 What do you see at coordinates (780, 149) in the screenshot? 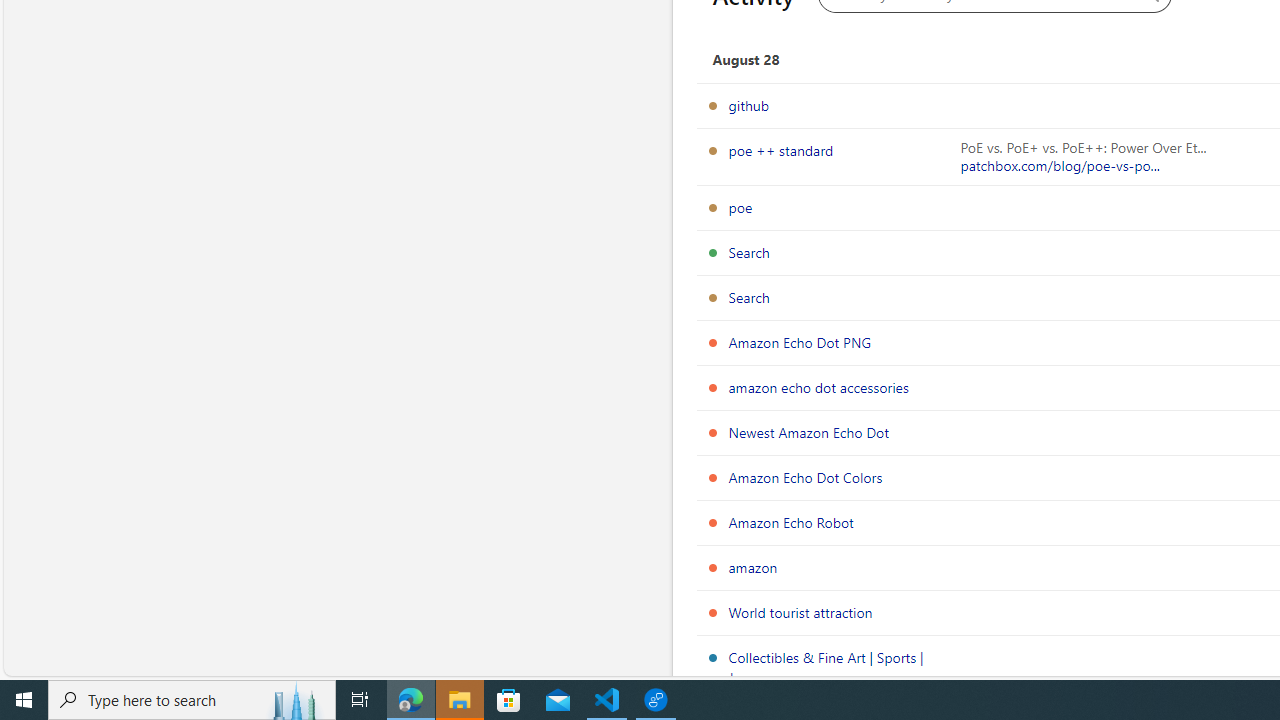
I see `'poe ++ standard'` at bounding box center [780, 149].